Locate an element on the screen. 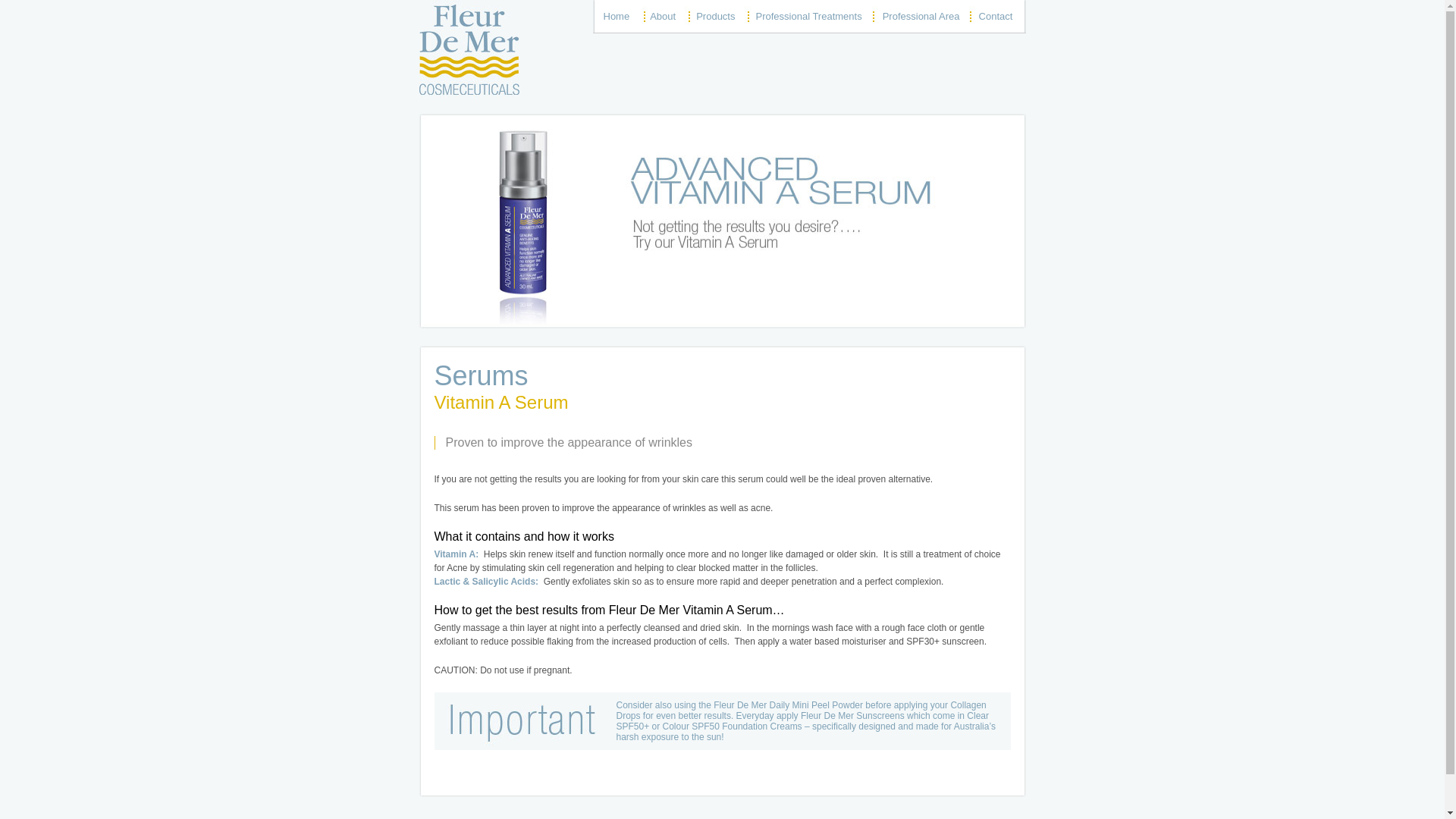 Image resolution: width=1456 pixels, height=819 pixels. 'Products' is located at coordinates (714, 16).